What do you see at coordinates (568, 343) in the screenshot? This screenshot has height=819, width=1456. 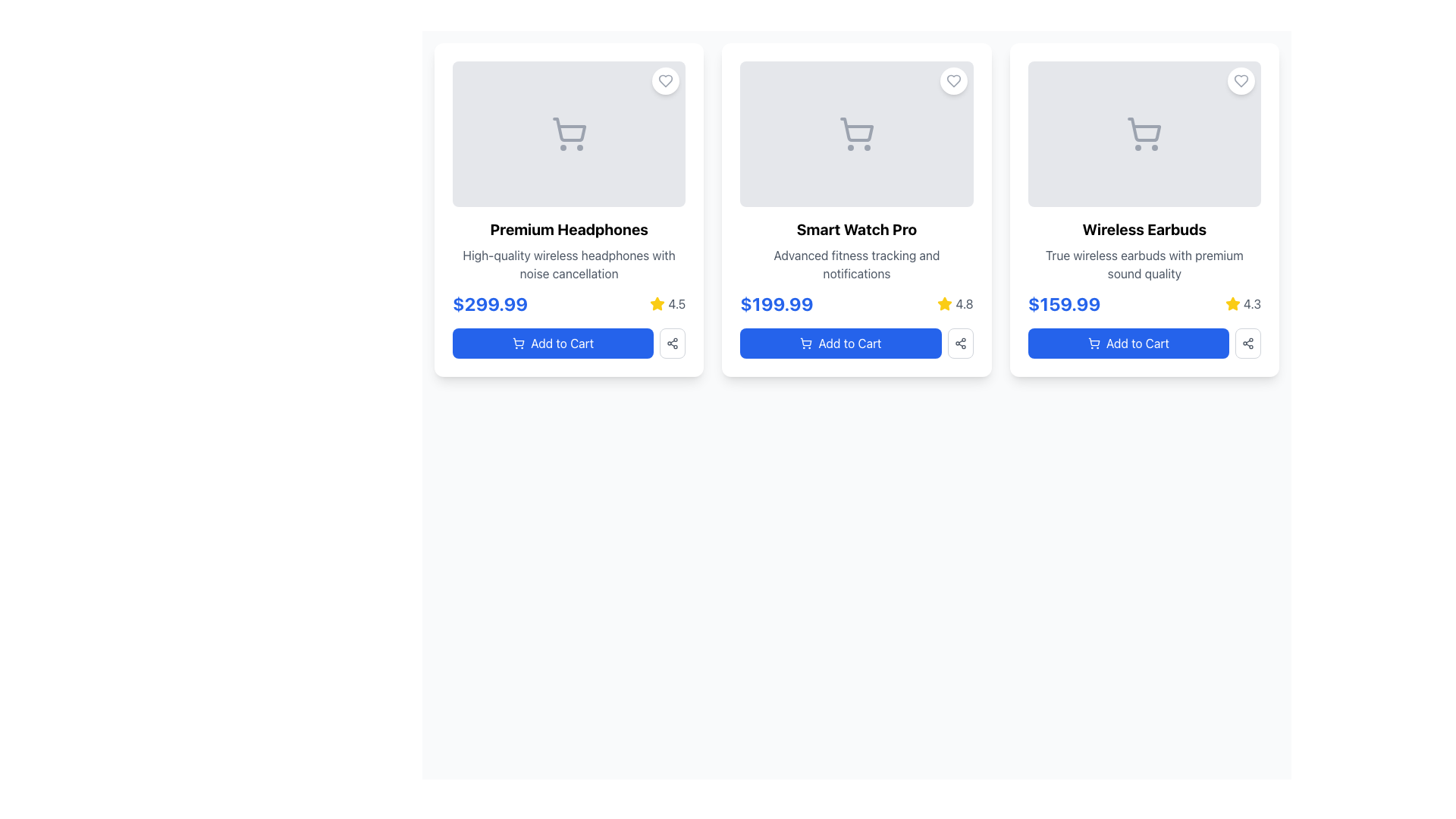 I see `the 'Add to Cart' button with a blue background and white text, located below the product description for 'Premium Headphones'` at bounding box center [568, 343].